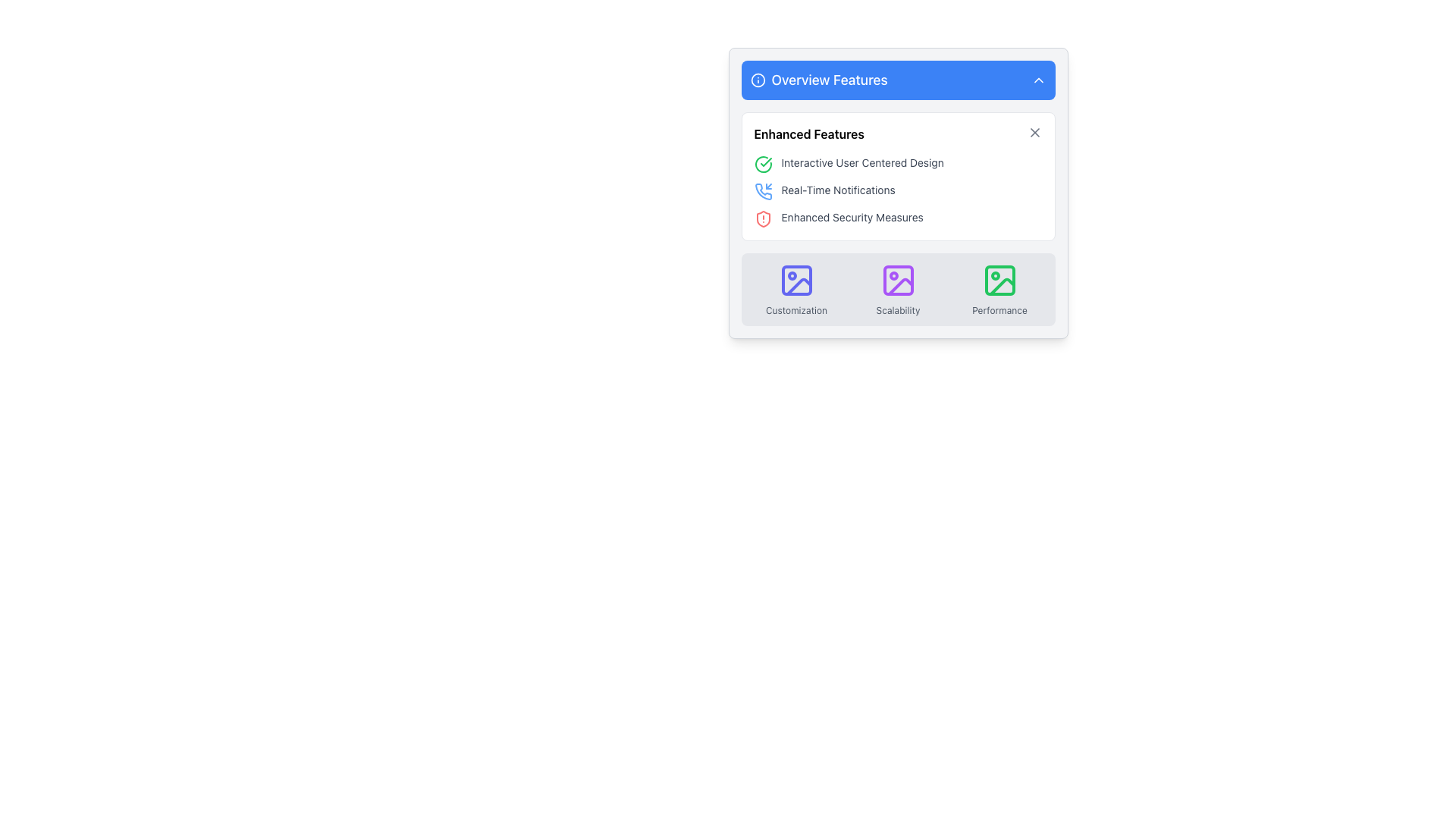  Describe the element at coordinates (999, 289) in the screenshot. I see `the 'Performance' icon with text label, which is the third item in a horizontal row under the 'Enhanced Features' panel` at that location.